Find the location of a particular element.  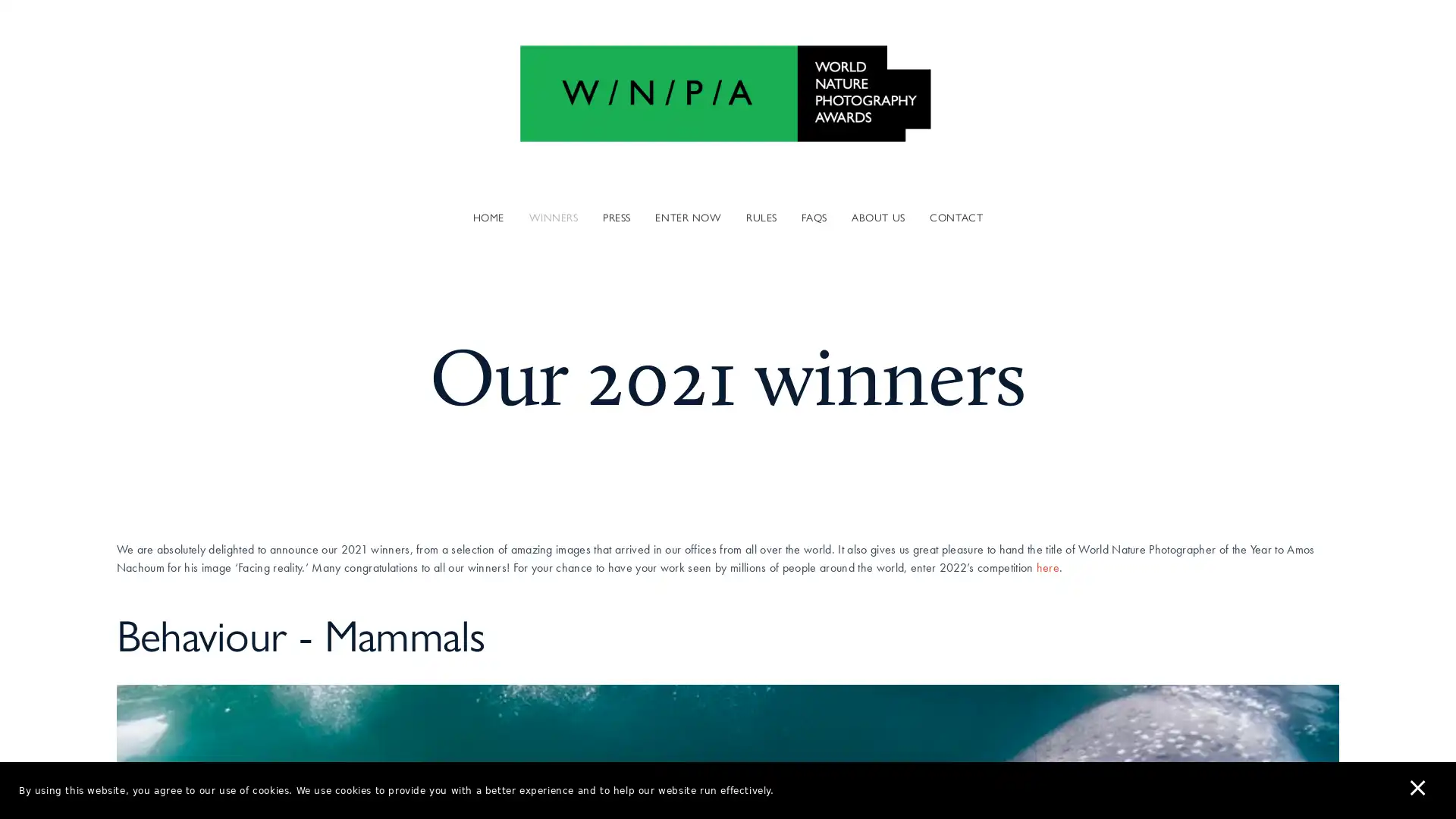

SUBSCRIBE is located at coordinates (870, 468).